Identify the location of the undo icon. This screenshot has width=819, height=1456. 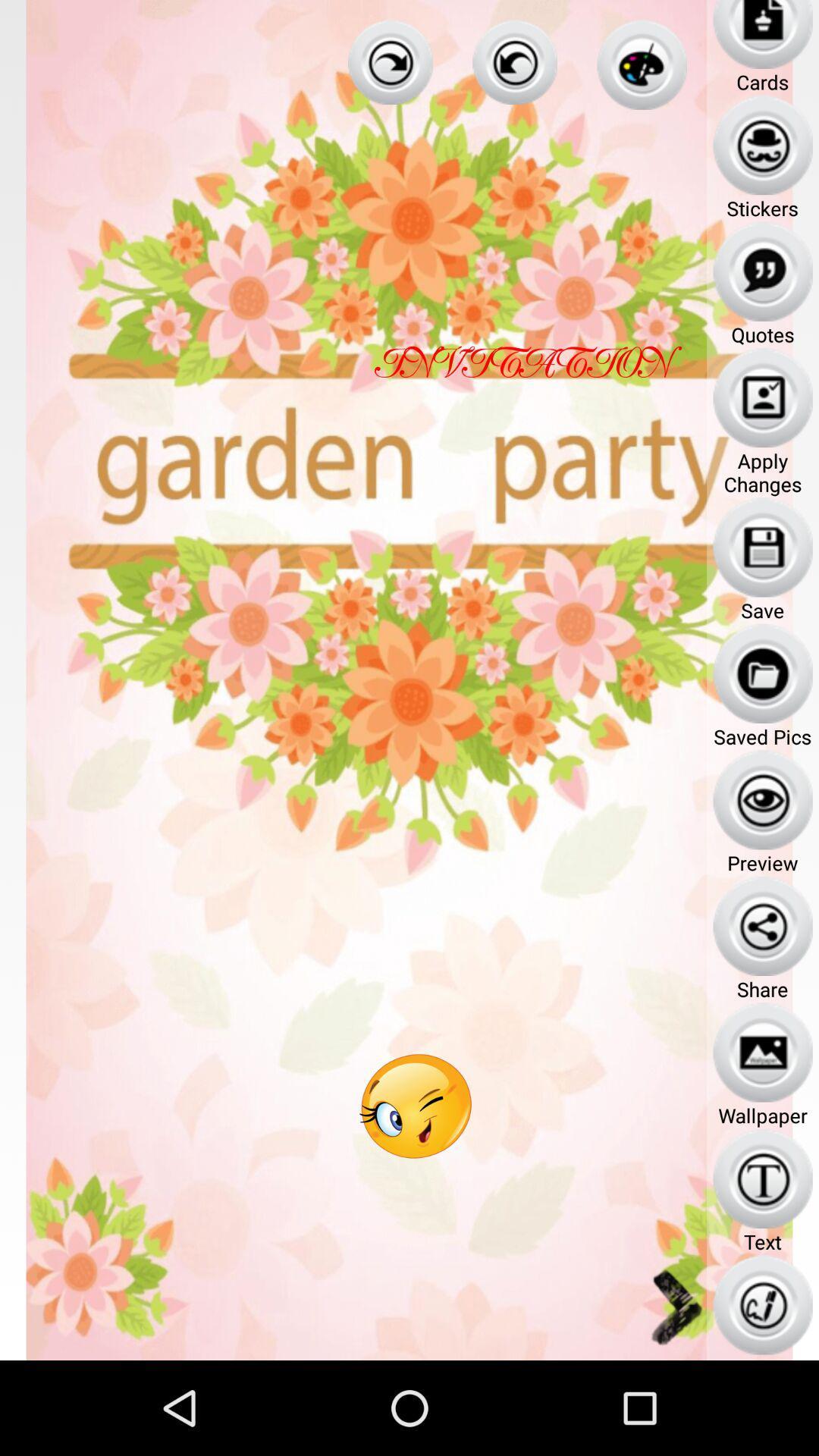
(514, 65).